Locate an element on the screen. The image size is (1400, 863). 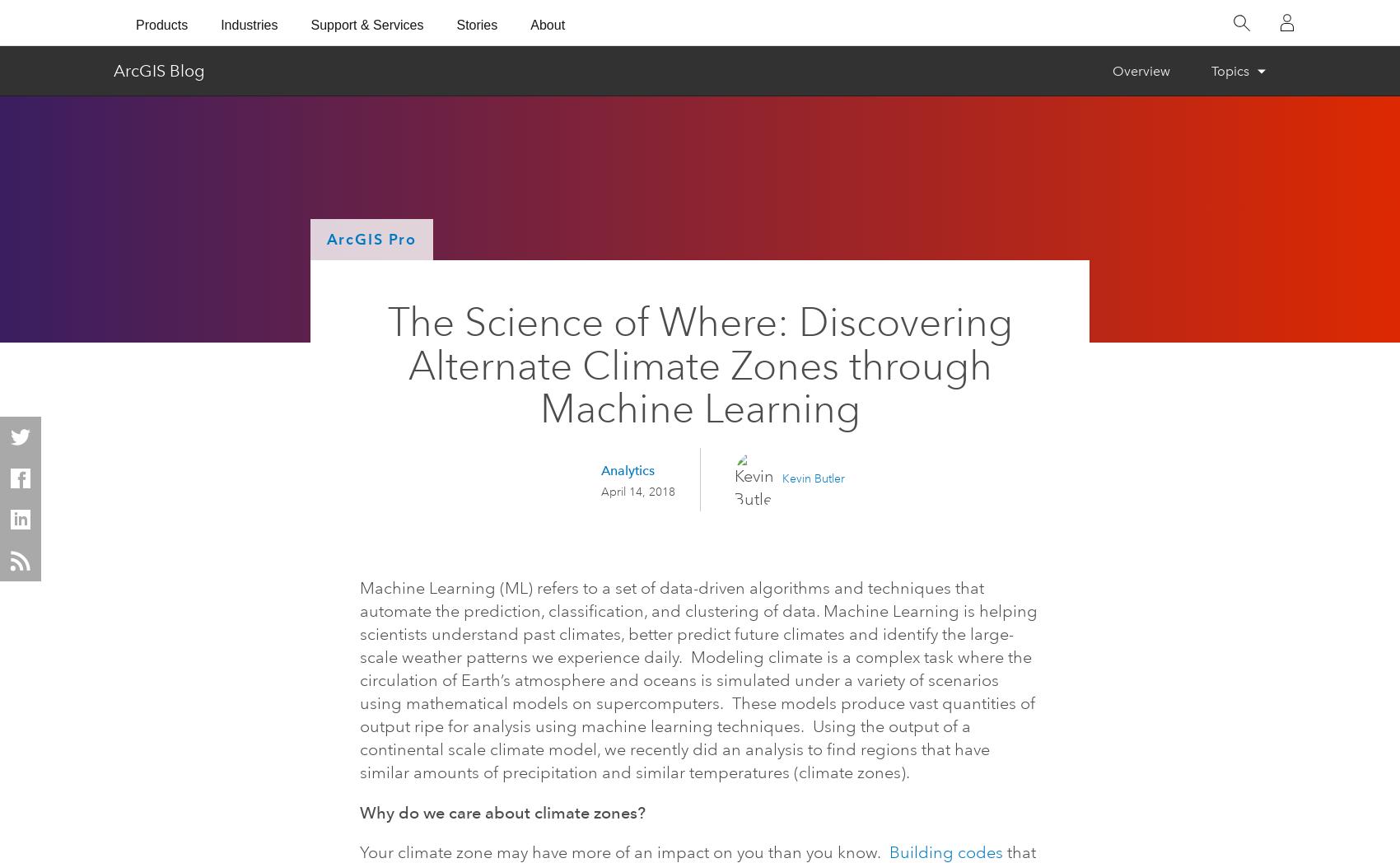
'Cancel' is located at coordinates (1275, 554).